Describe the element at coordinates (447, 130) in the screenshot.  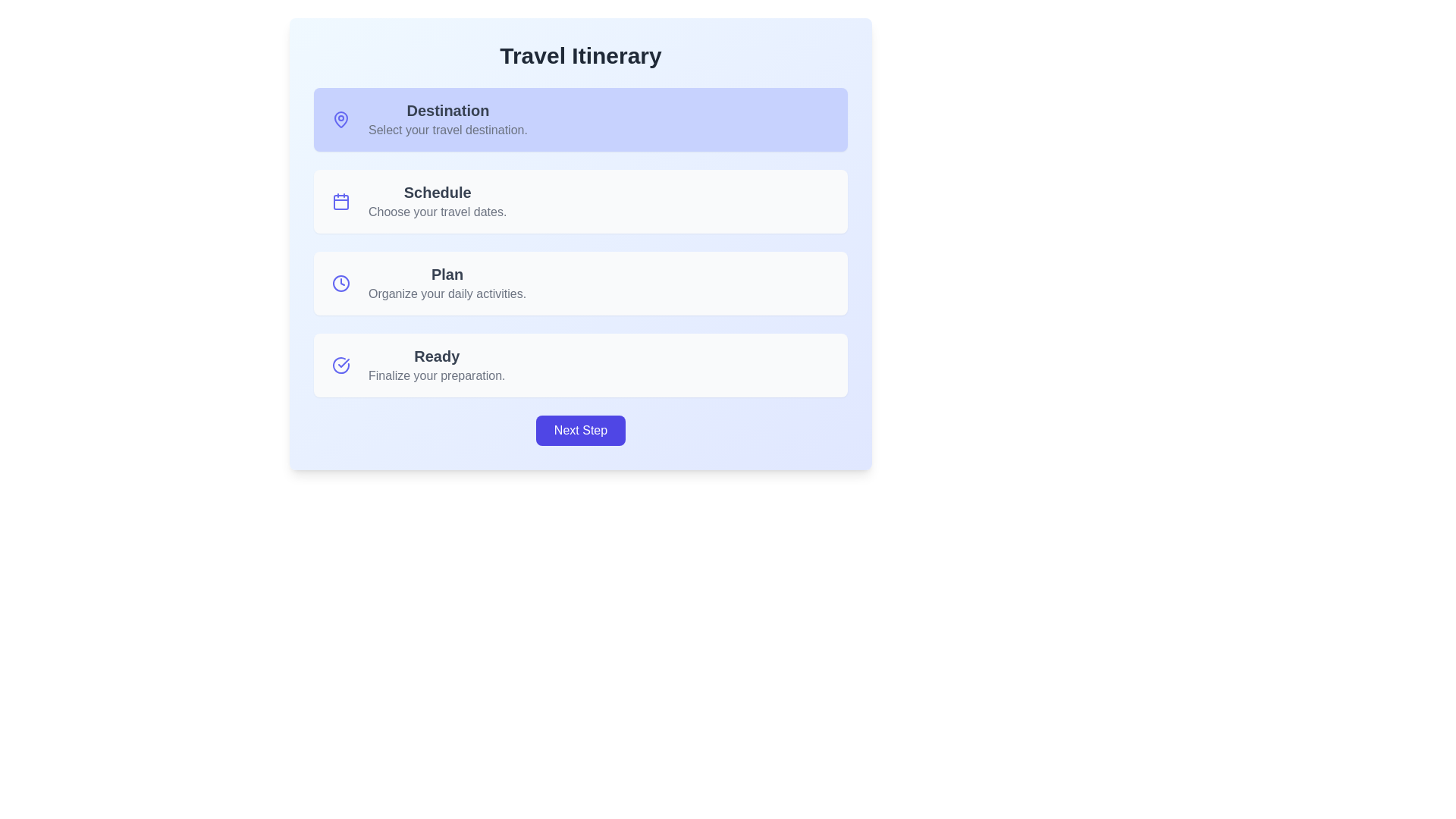
I see `the static text label displaying 'Select your travel destination.' located beneath the bold 'Destination' title in the highlighted section at the top of the step-based interface` at that location.